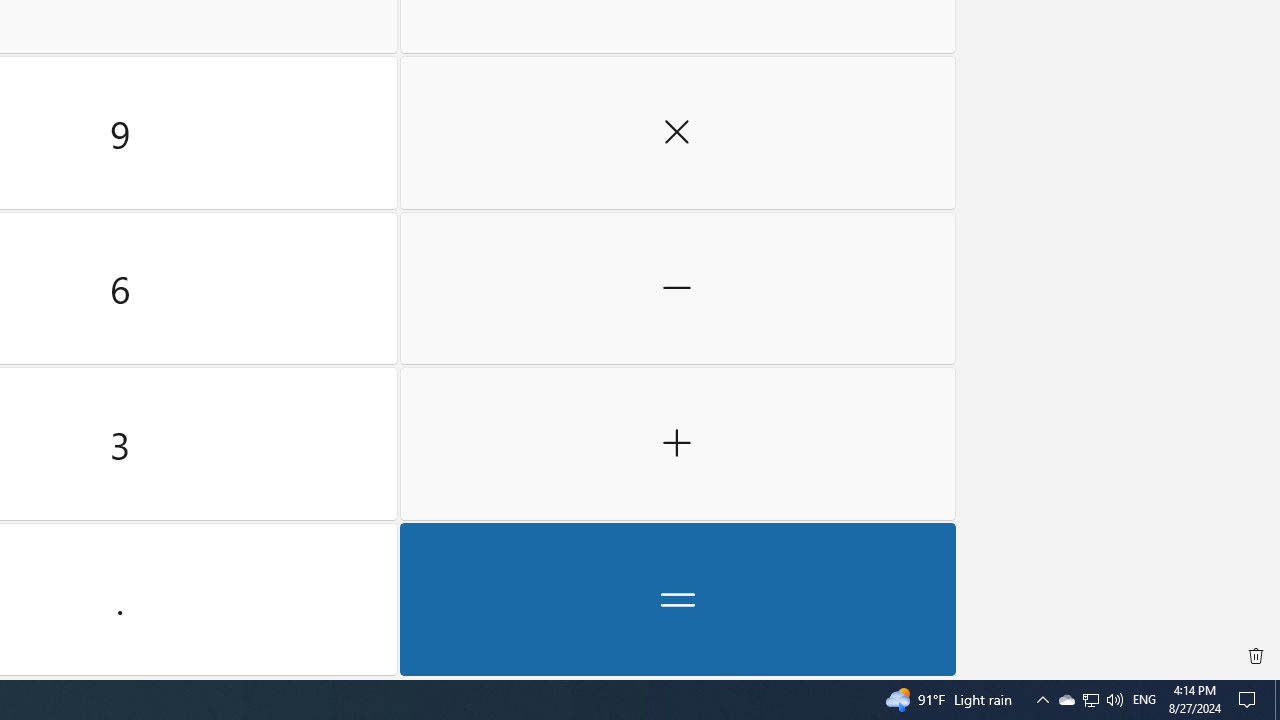 The image size is (1280, 720). What do you see at coordinates (677, 598) in the screenshot?
I see `'Equals'` at bounding box center [677, 598].